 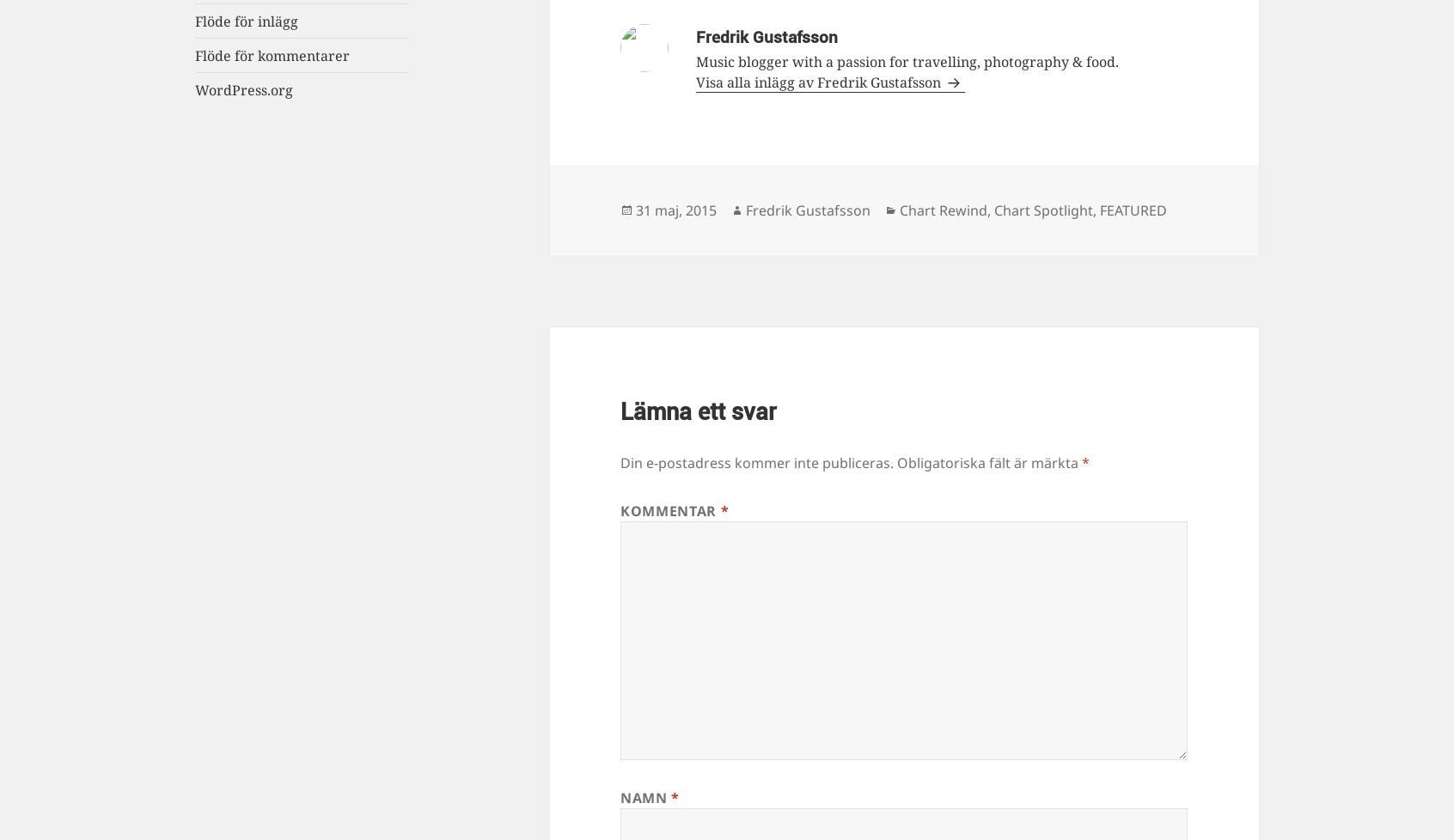 What do you see at coordinates (895, 462) in the screenshot?
I see `'Obligatoriska fält är märkta'` at bounding box center [895, 462].